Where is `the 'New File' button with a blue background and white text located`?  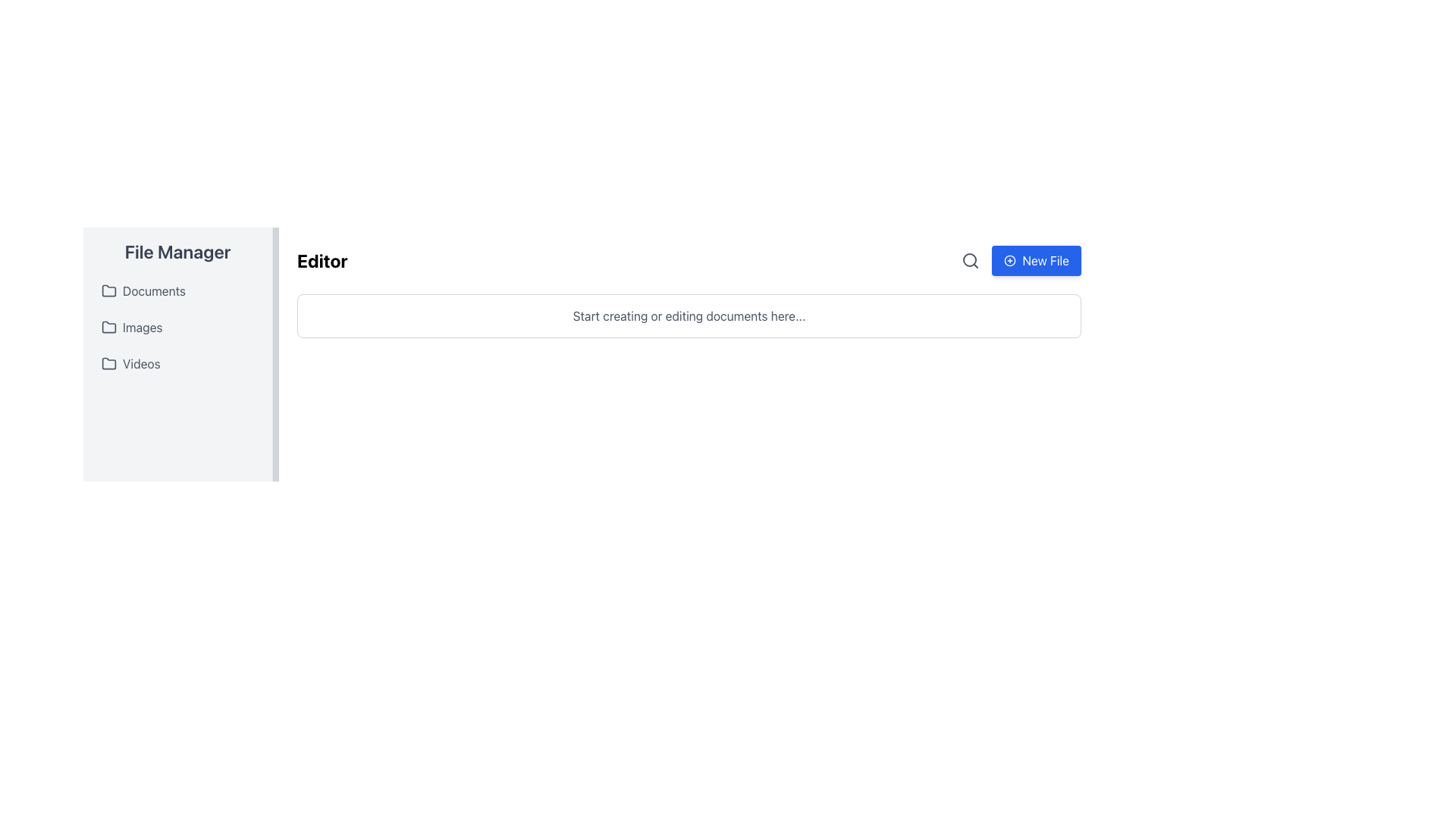
the 'New File' button with a blue background and white text located is located at coordinates (1036, 259).